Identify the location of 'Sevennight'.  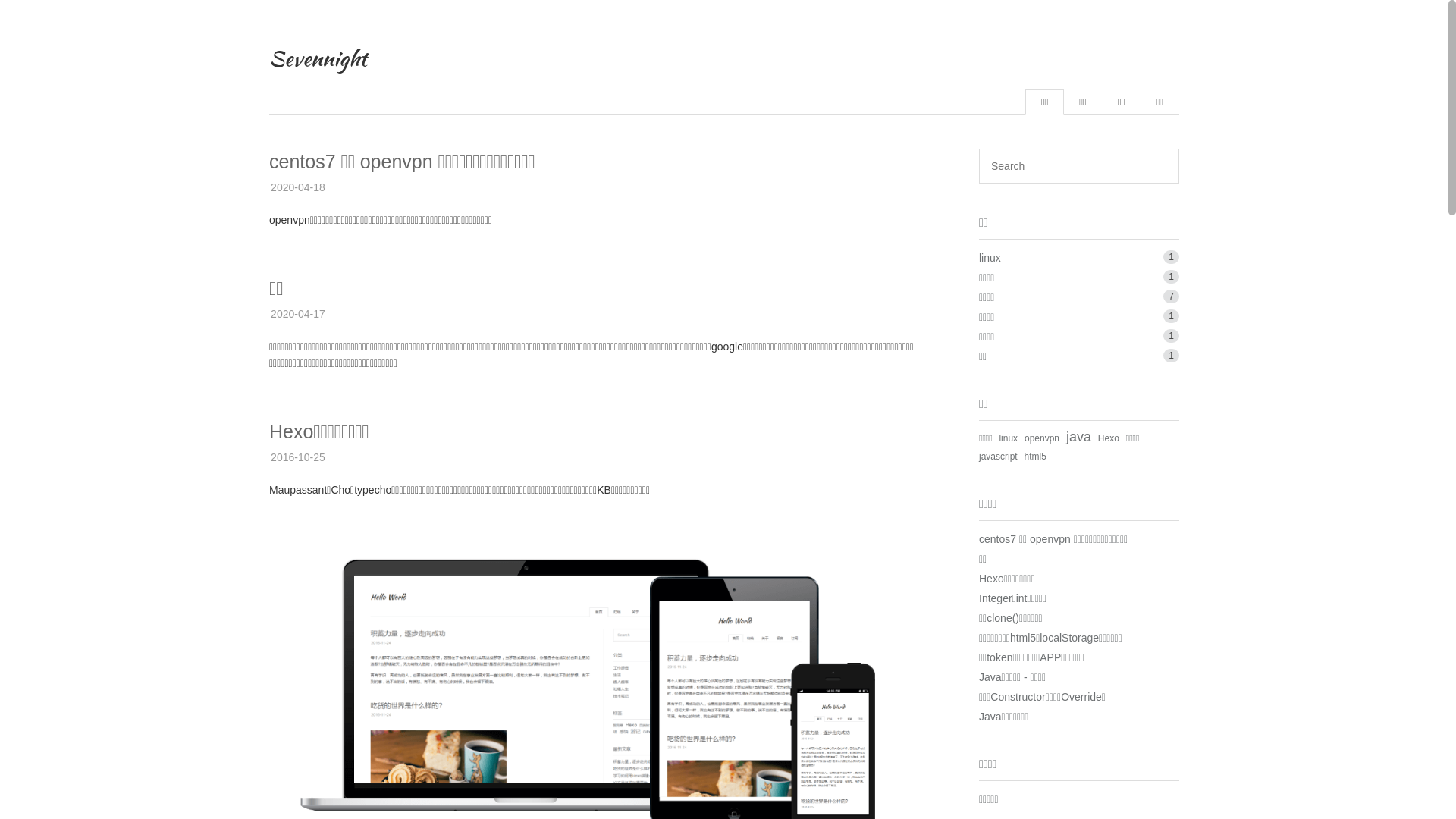
(317, 58).